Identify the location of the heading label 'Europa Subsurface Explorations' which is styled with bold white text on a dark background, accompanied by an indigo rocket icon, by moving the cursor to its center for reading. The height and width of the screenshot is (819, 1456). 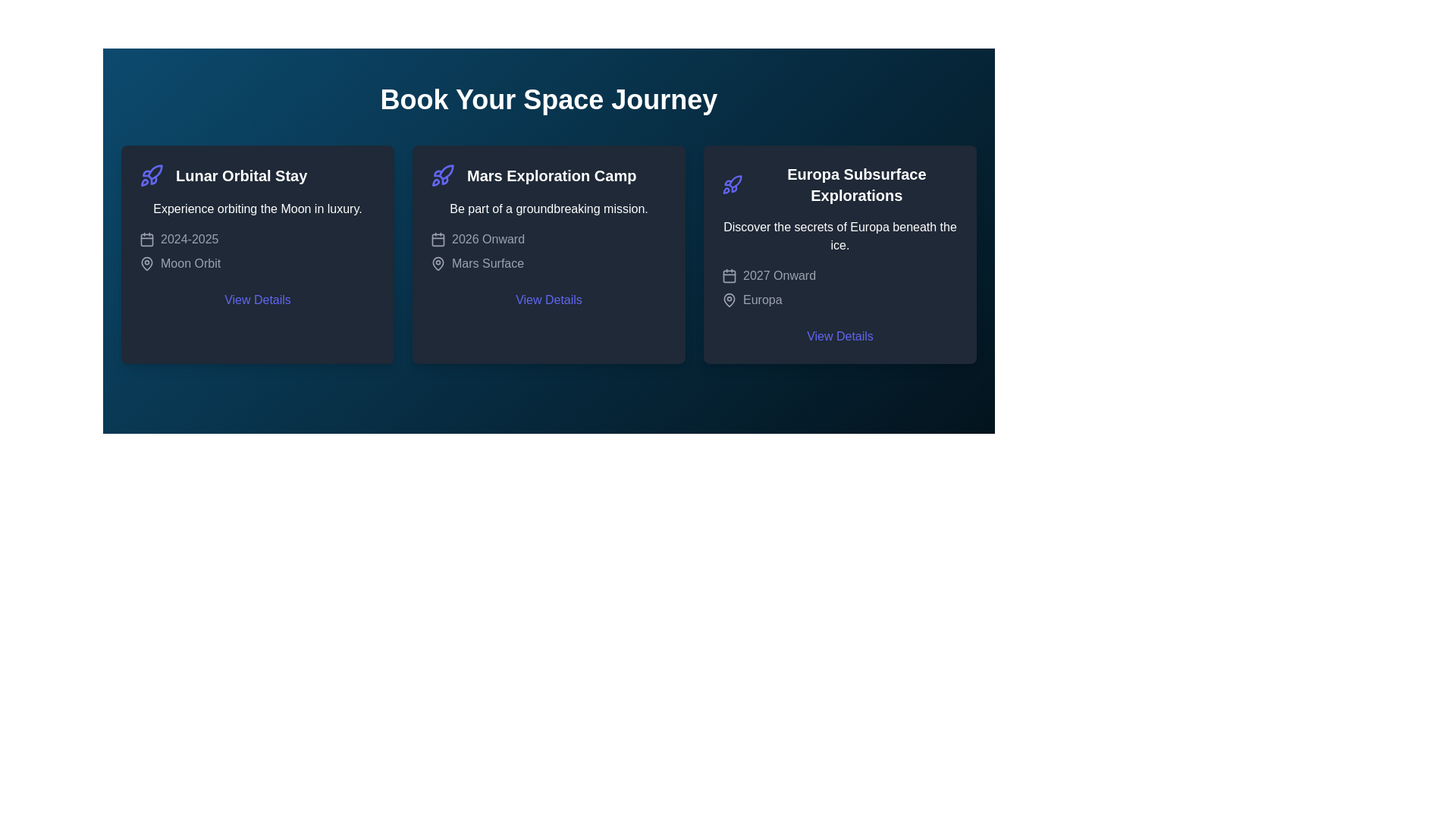
(839, 184).